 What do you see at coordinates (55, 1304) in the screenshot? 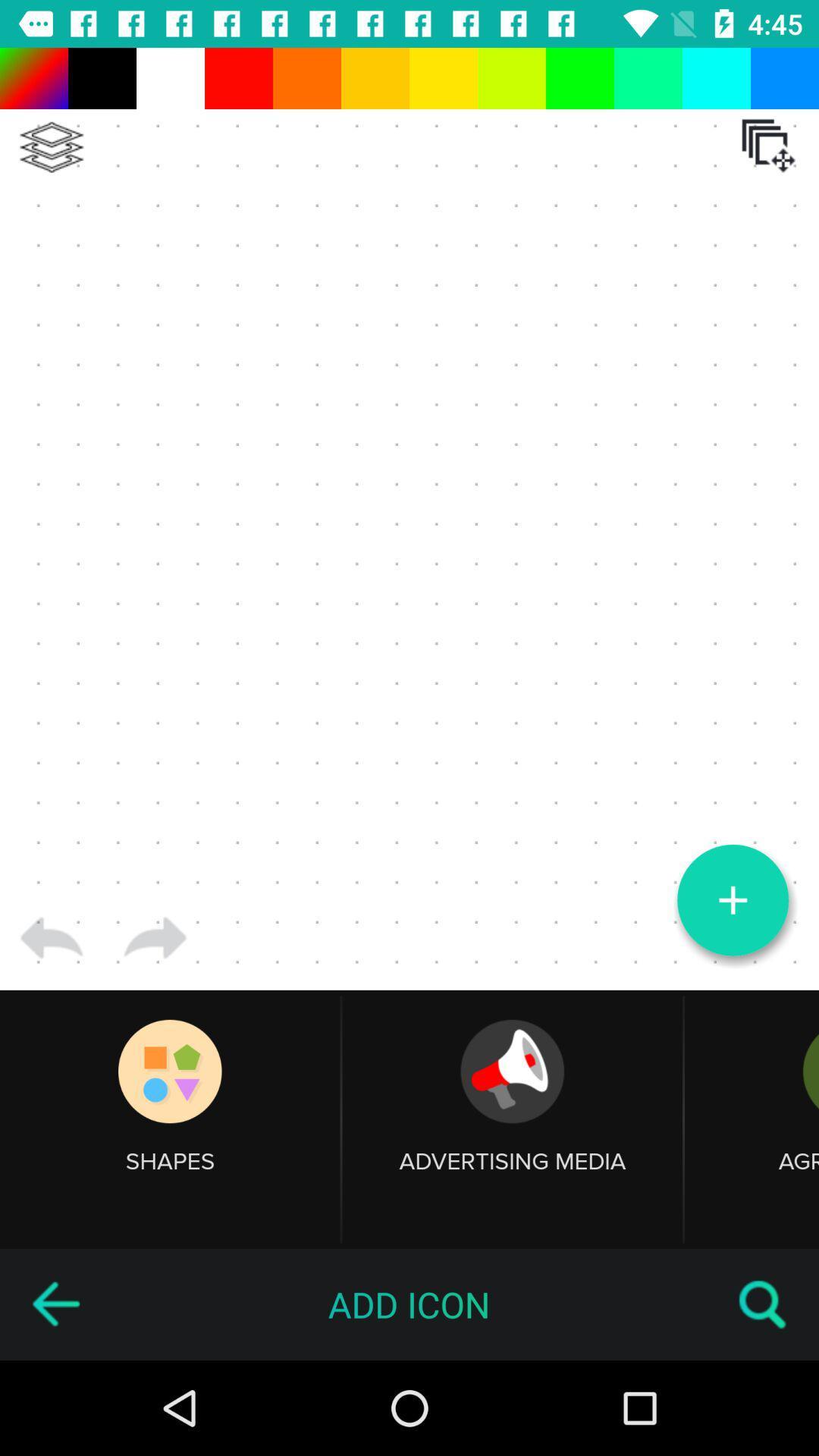
I see `icon below the shapes icon` at bounding box center [55, 1304].